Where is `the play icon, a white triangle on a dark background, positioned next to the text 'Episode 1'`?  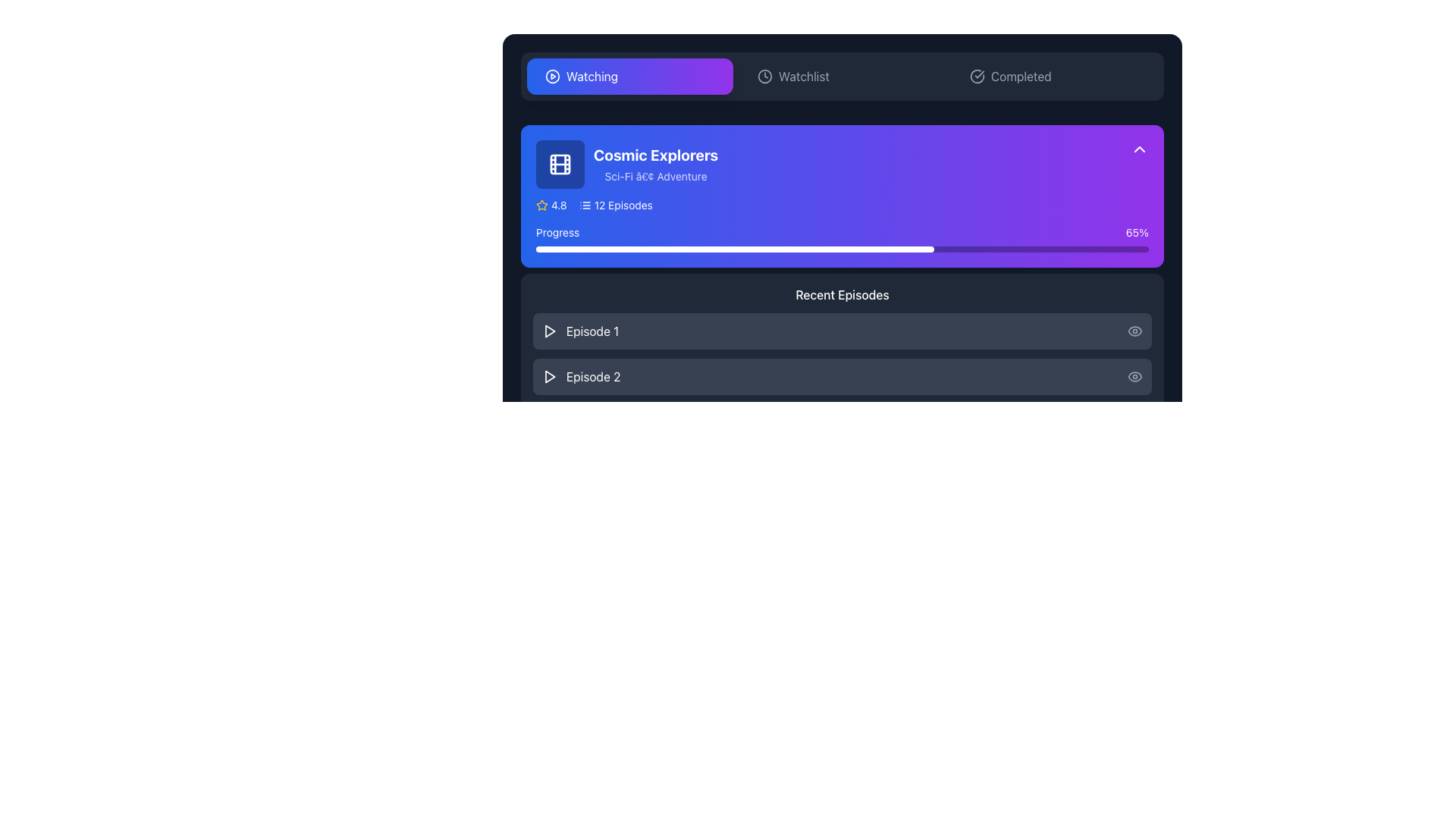 the play icon, a white triangle on a dark background, positioned next to the text 'Episode 1' is located at coordinates (548, 330).